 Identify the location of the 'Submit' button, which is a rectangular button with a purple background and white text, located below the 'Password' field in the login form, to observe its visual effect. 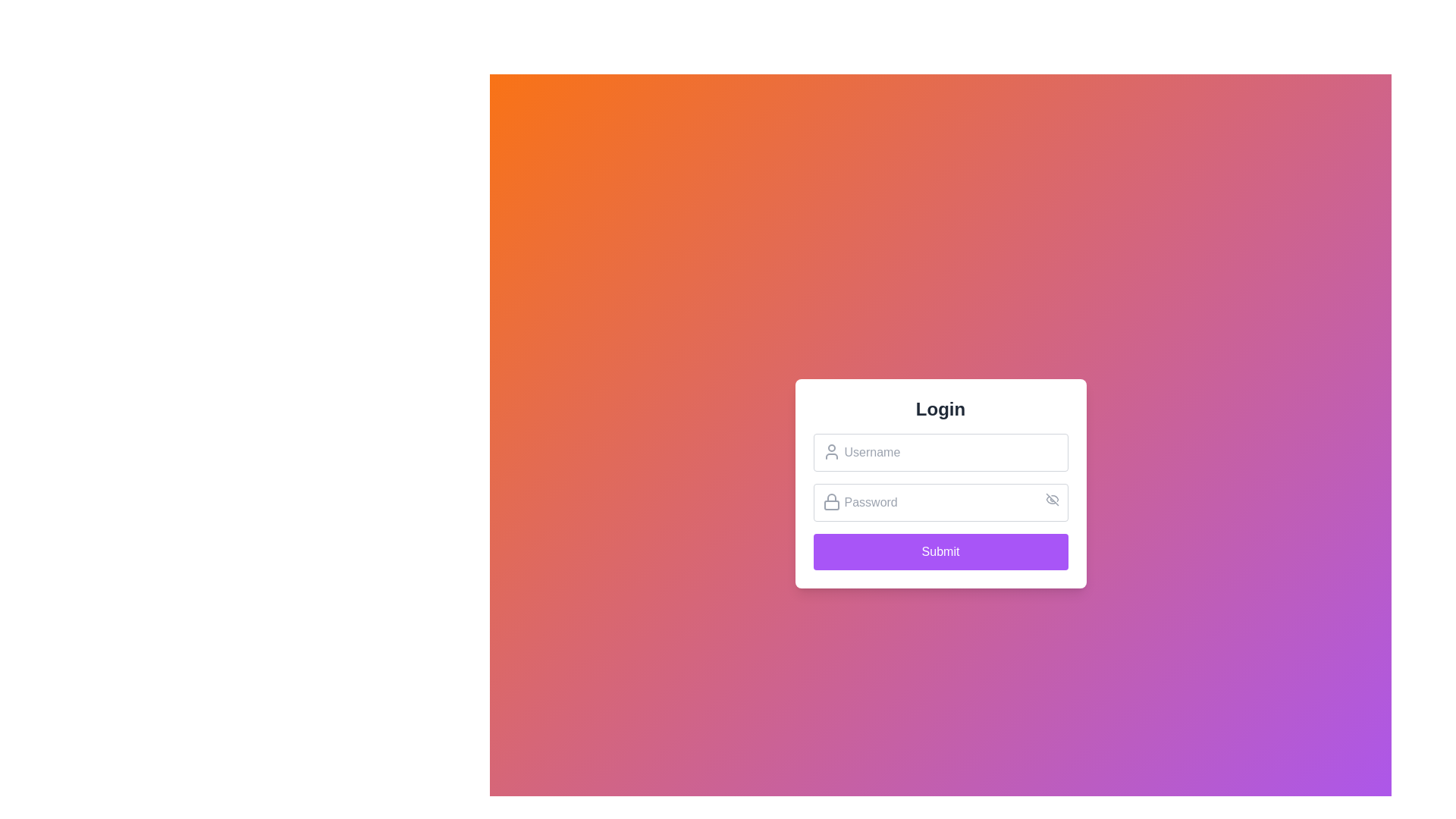
(940, 552).